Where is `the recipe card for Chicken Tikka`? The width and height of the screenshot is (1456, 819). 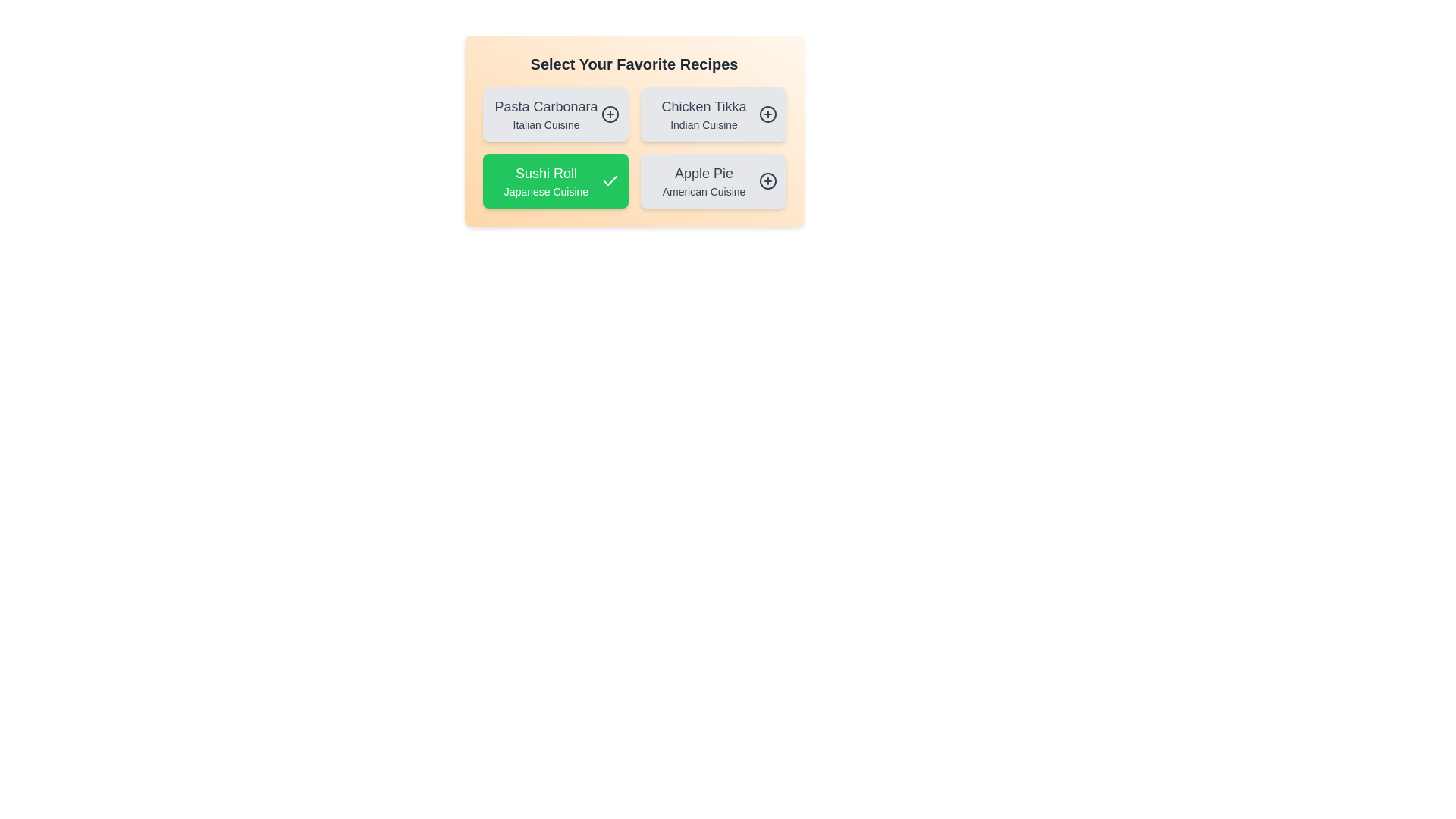
the recipe card for Chicken Tikka is located at coordinates (712, 113).